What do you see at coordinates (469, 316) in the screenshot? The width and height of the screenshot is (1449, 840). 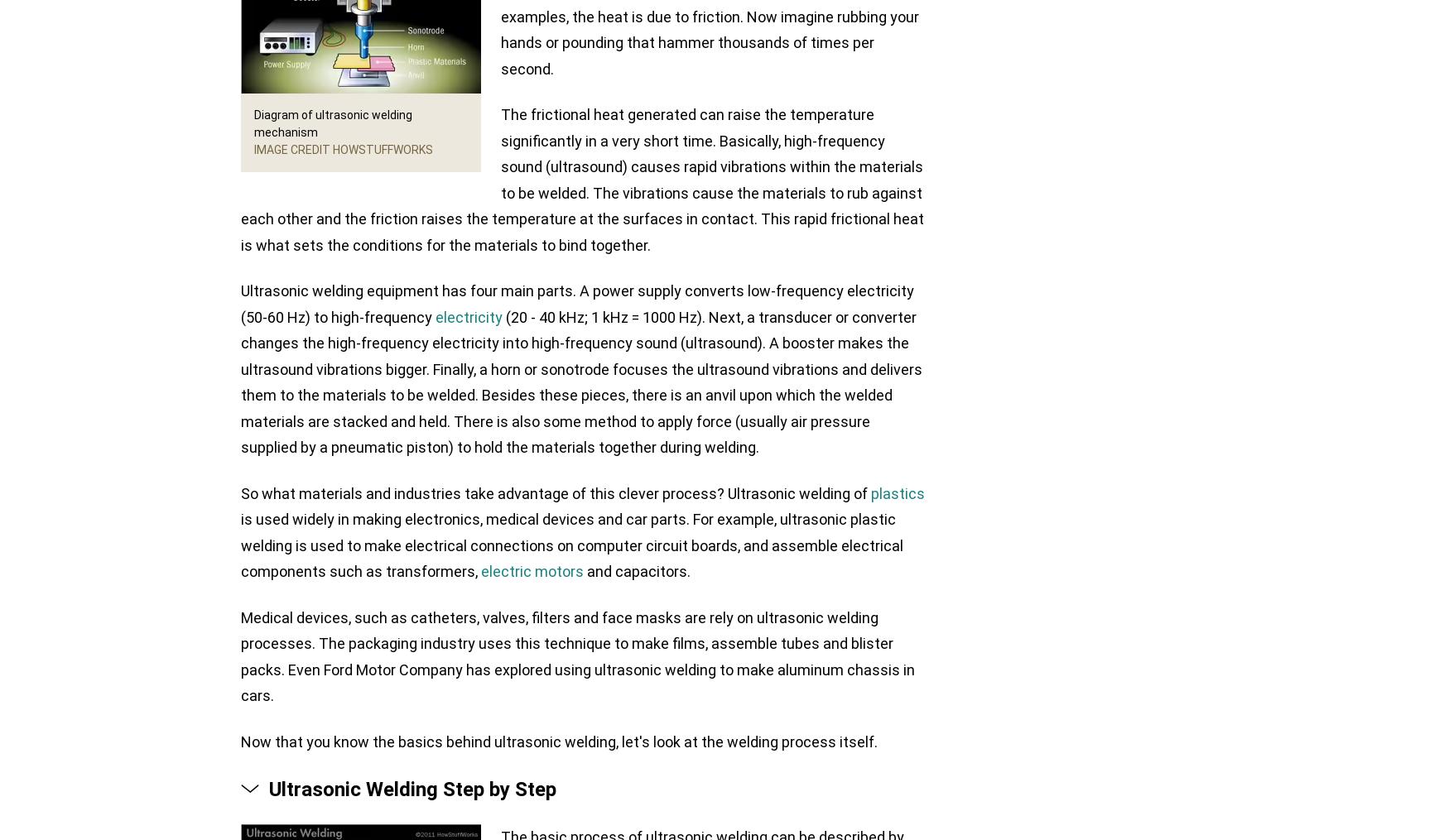 I see `'electricity'` at bounding box center [469, 316].